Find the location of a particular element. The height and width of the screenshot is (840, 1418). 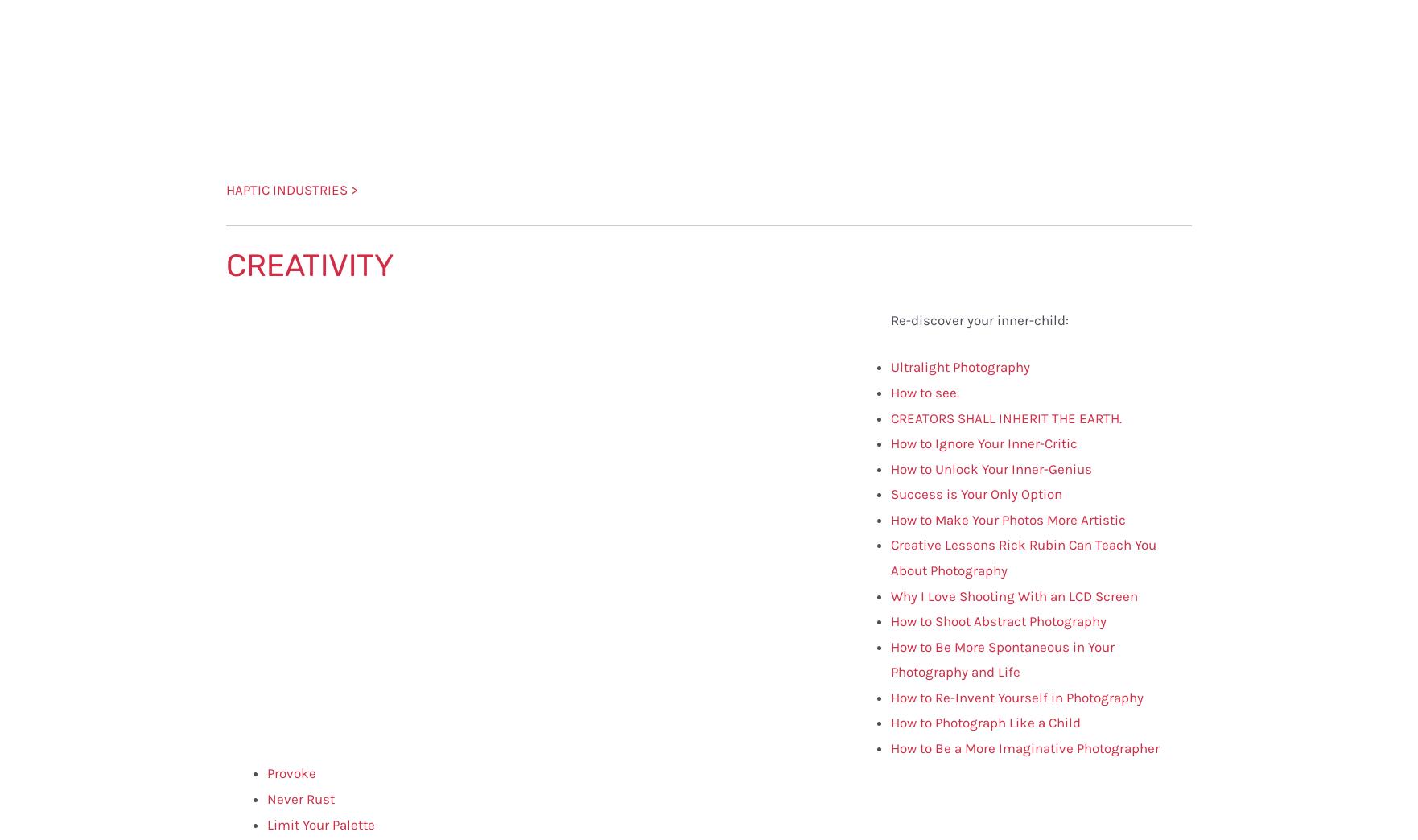

'How to Make Your Photos More Artistic' is located at coordinates (890, 518).